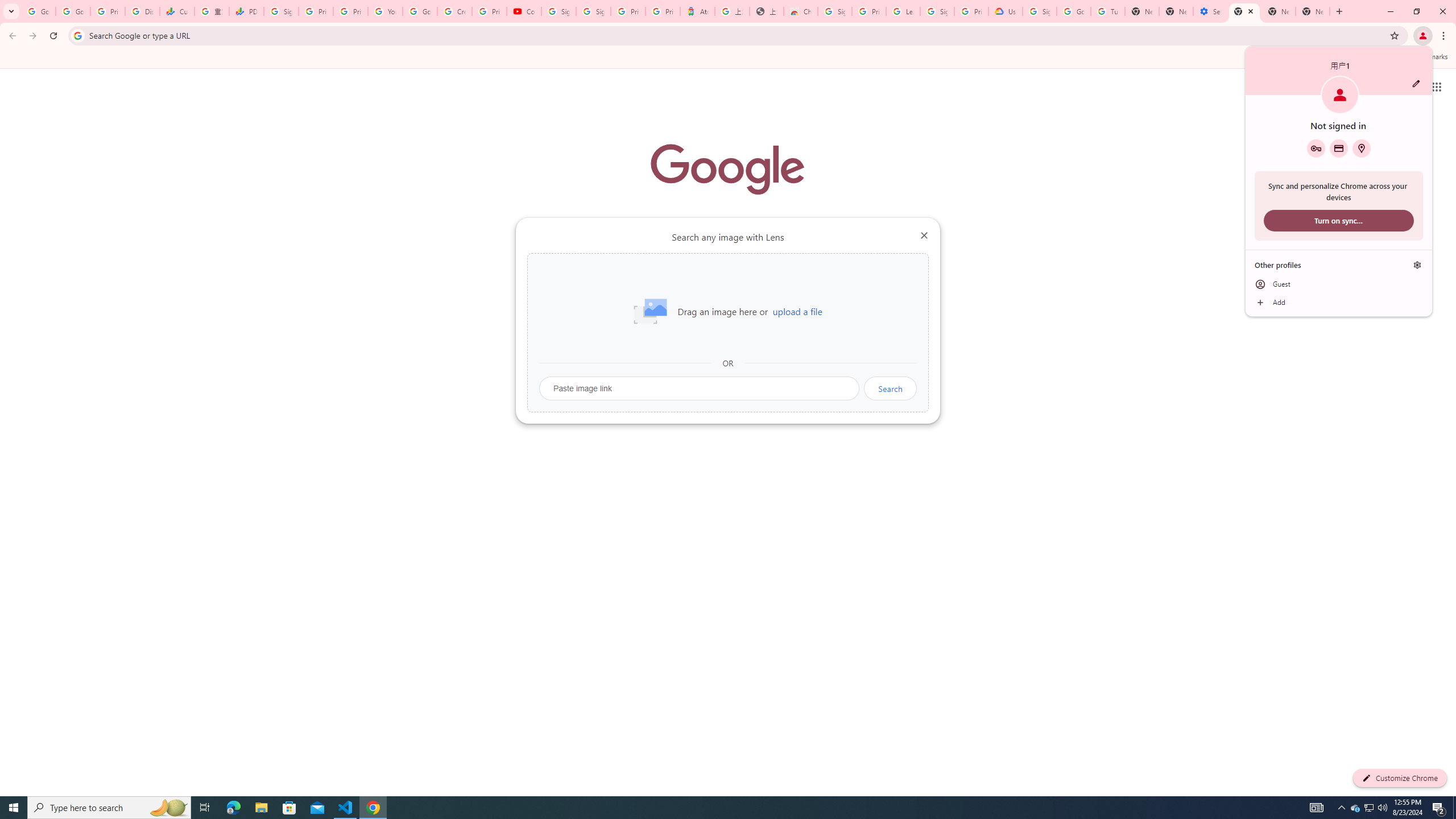  I want to click on 'Type here to search', so click(109, 806).